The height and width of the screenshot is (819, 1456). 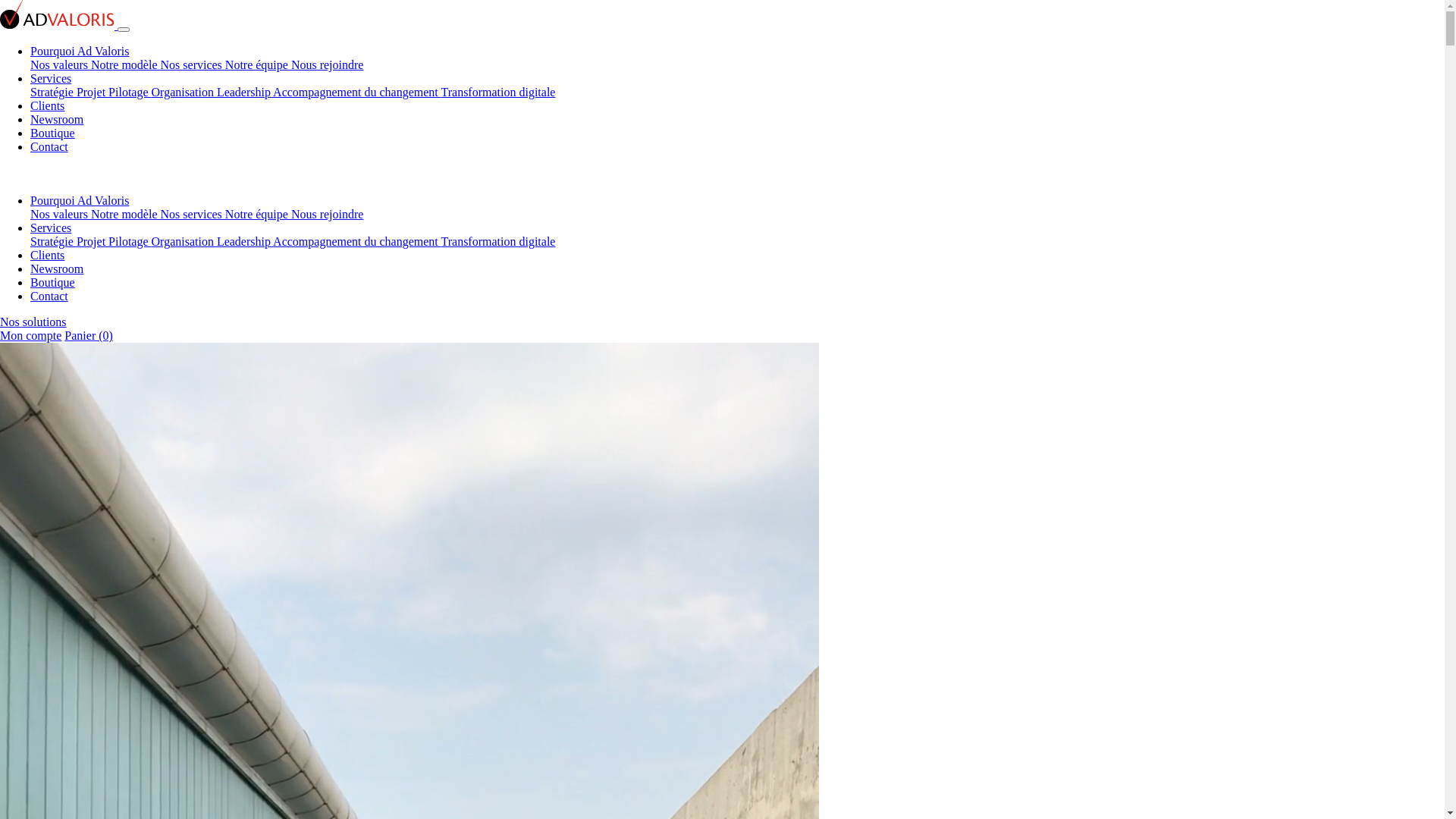 What do you see at coordinates (192, 214) in the screenshot?
I see `'Nos services'` at bounding box center [192, 214].